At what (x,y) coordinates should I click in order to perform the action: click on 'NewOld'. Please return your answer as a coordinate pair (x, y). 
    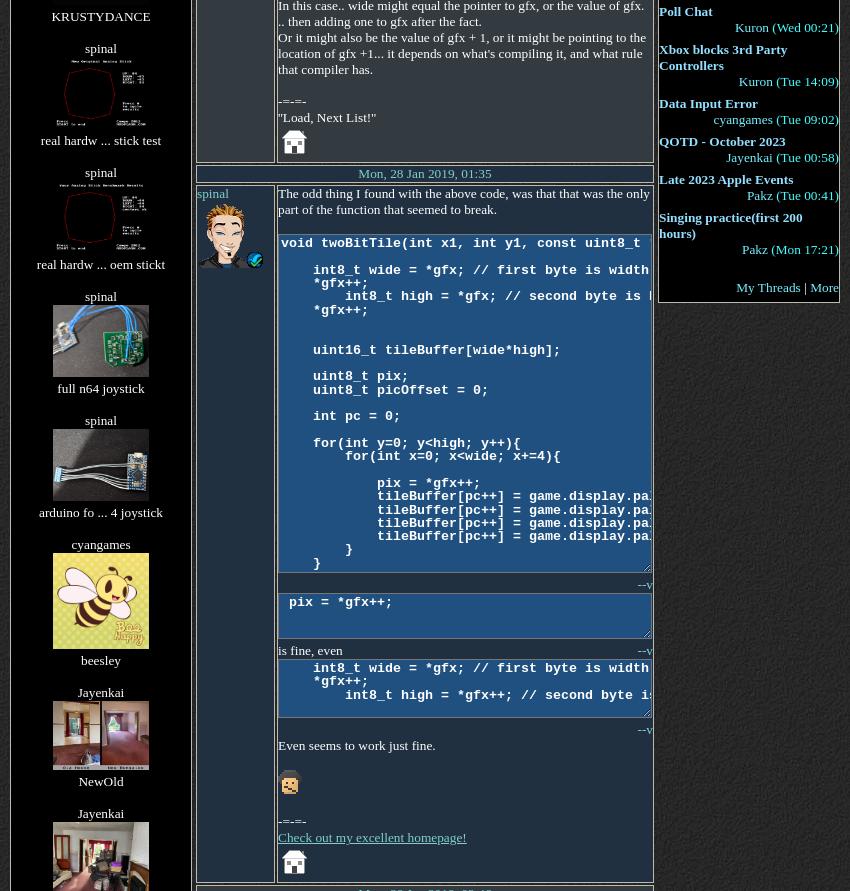
    Looking at the image, I should click on (78, 780).